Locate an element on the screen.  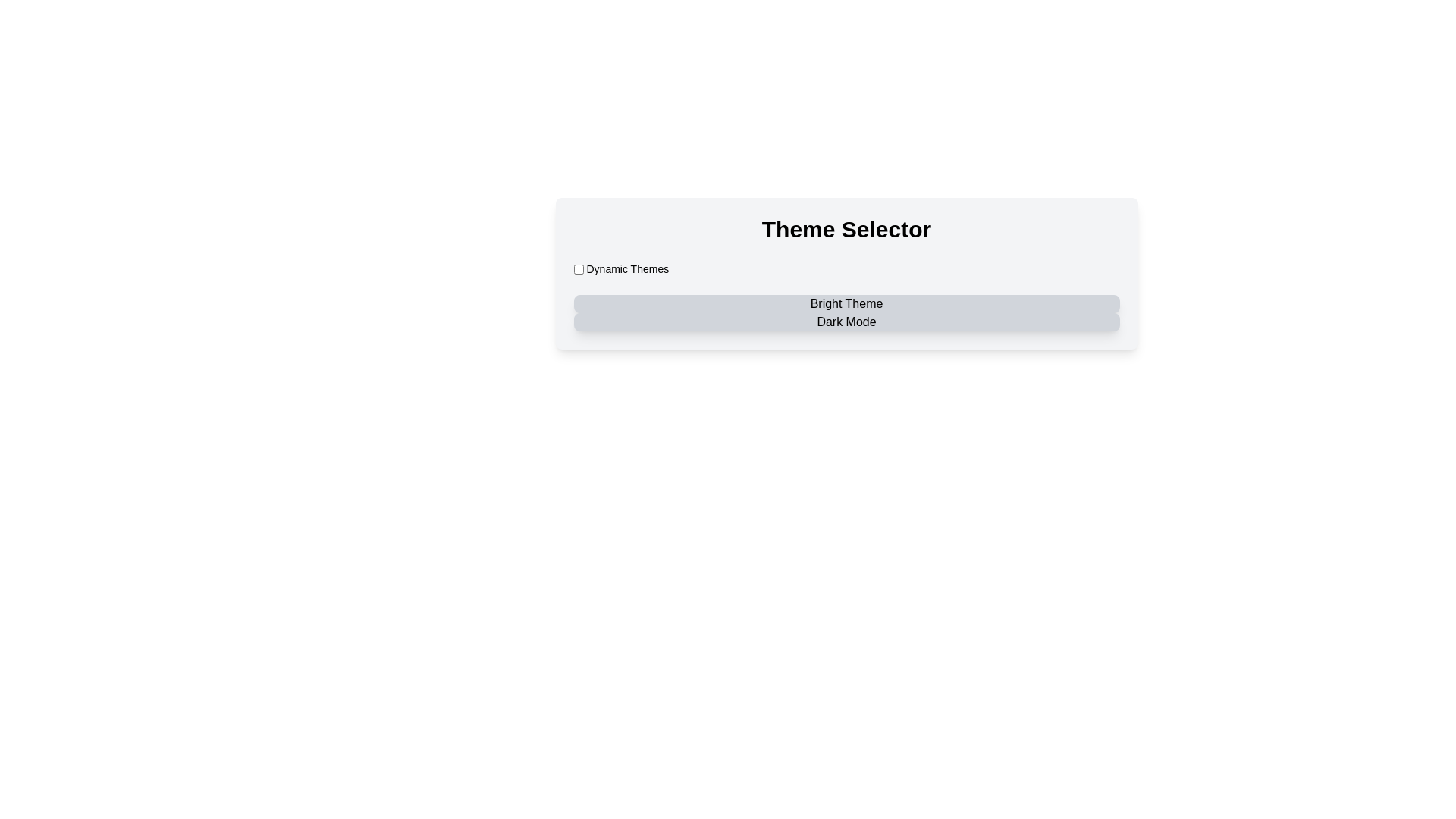
the 'Dark Mode' label or inactive button, which is positioned below the 'Bright Theme' button in the theme selection area of the application interface is located at coordinates (846, 321).